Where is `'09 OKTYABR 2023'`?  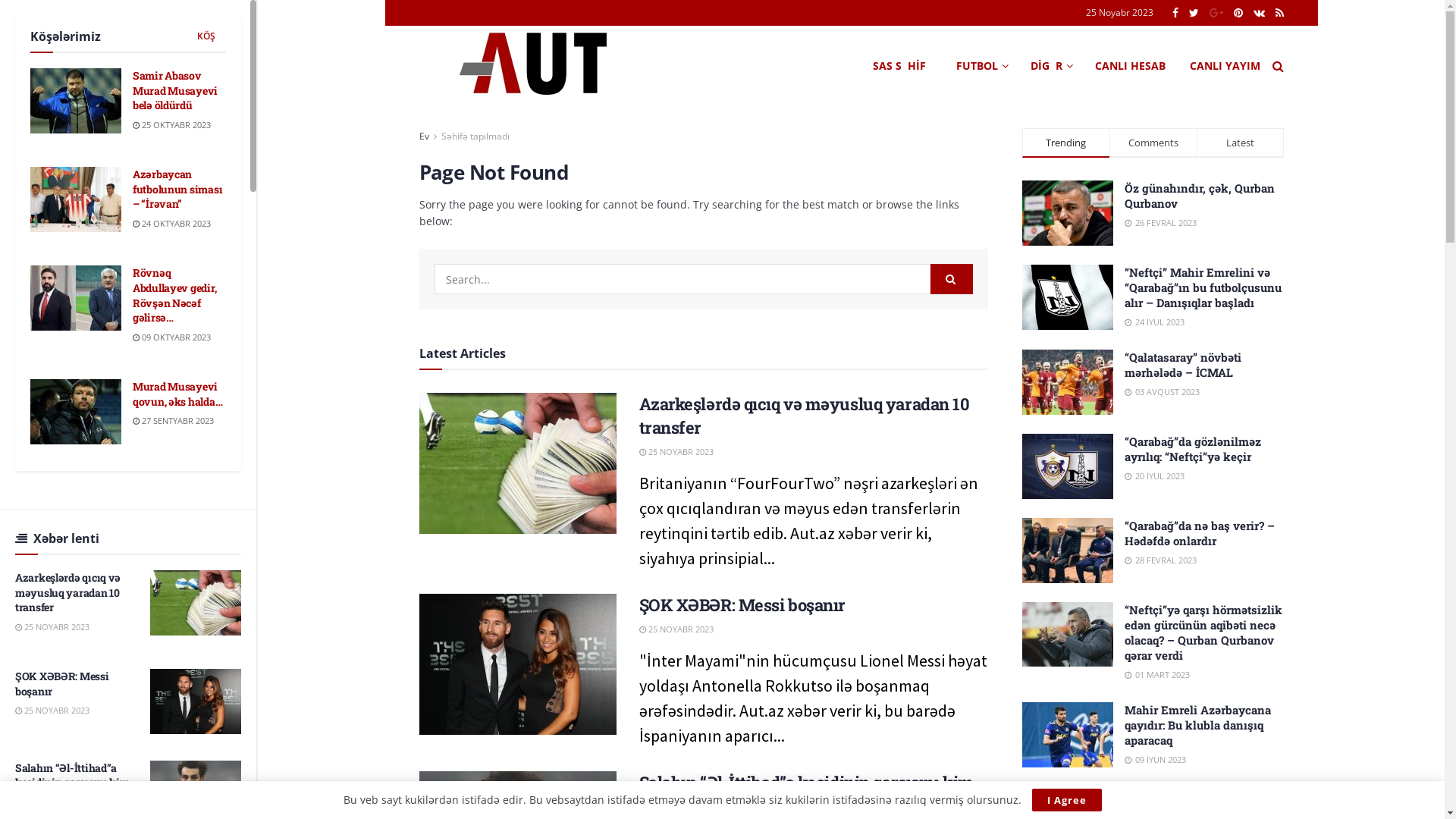
'09 OKTYABR 2023' is located at coordinates (171, 336).